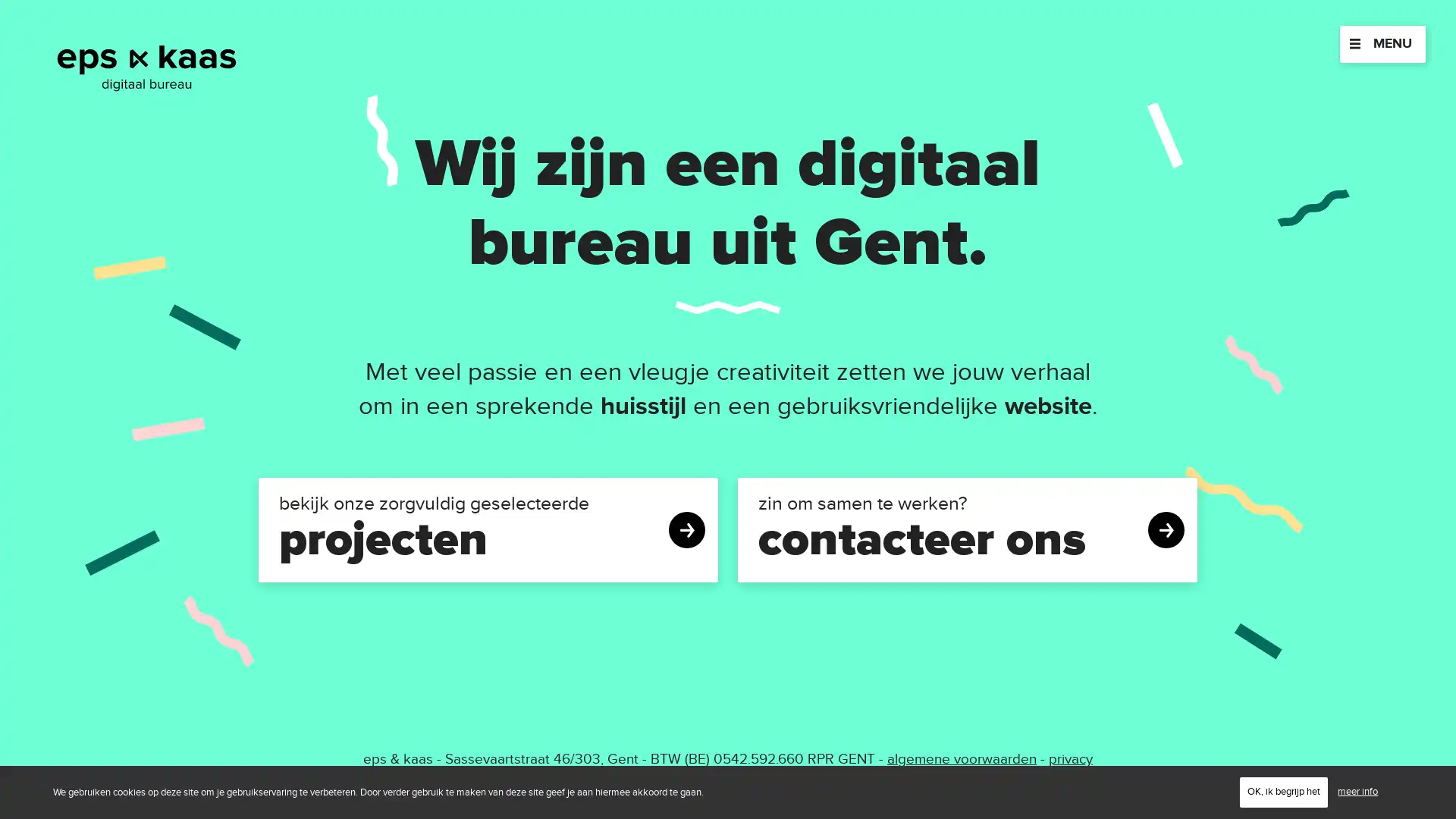  Describe the element at coordinates (1283, 791) in the screenshot. I see `OK, ik begrijp het` at that location.